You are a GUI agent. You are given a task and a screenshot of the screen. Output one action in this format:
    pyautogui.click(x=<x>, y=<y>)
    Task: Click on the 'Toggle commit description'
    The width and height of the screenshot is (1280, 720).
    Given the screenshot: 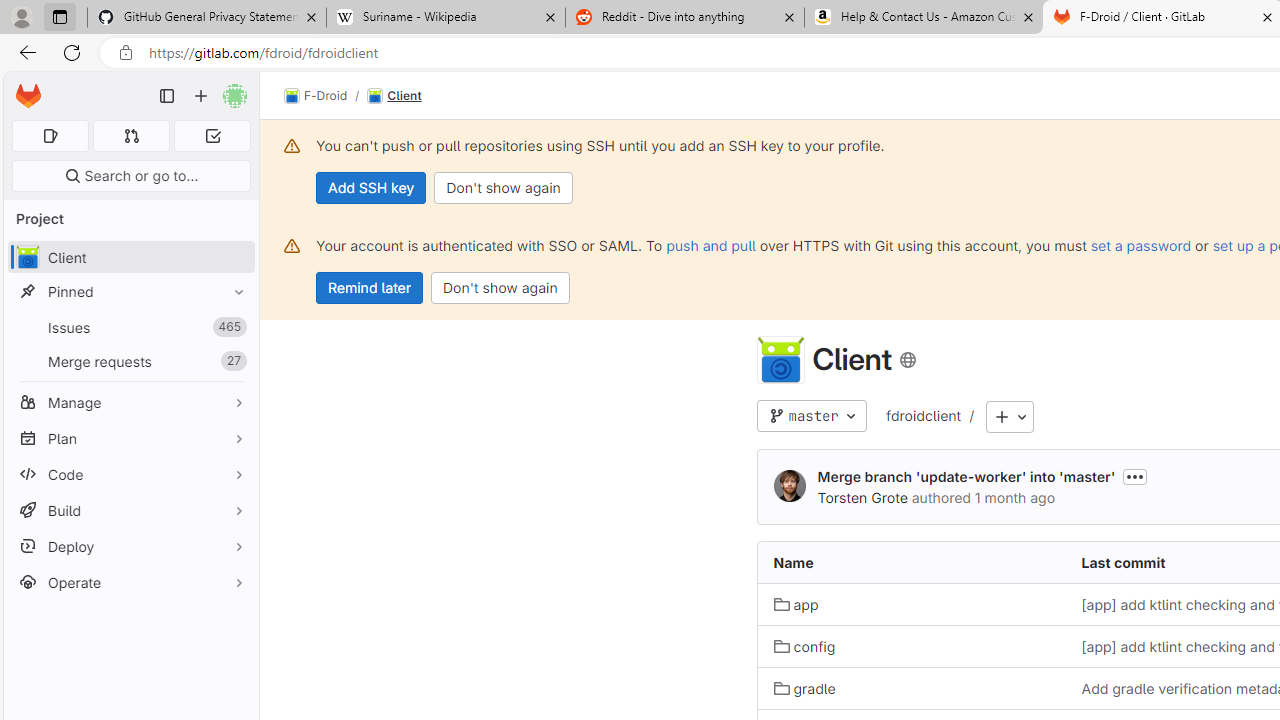 What is the action you would take?
    pyautogui.click(x=1135, y=476)
    